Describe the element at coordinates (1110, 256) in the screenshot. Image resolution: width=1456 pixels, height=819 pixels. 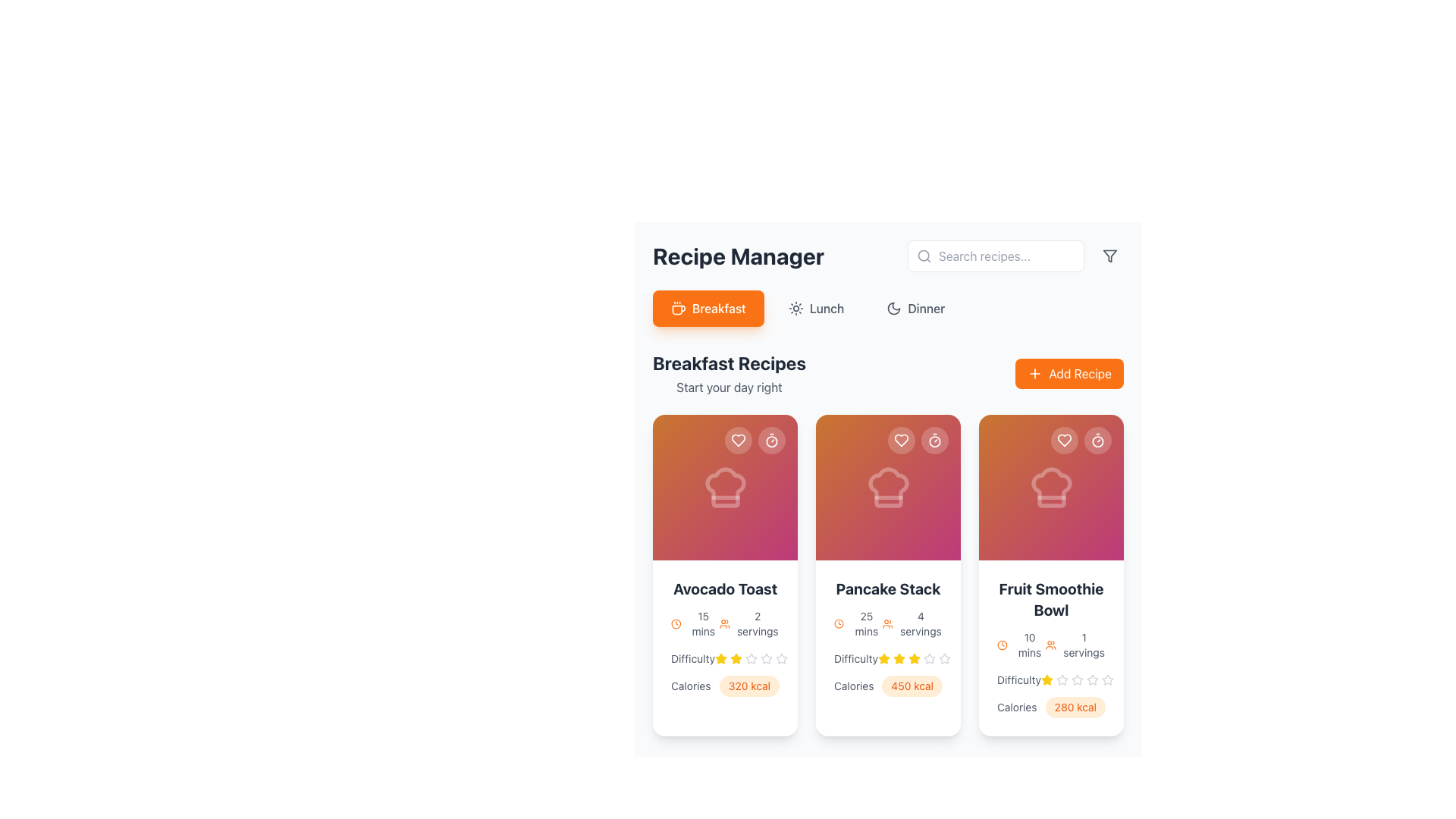
I see `the funnel-shaped filter icon located in the top-right corner of the layout, next to the search field` at that location.